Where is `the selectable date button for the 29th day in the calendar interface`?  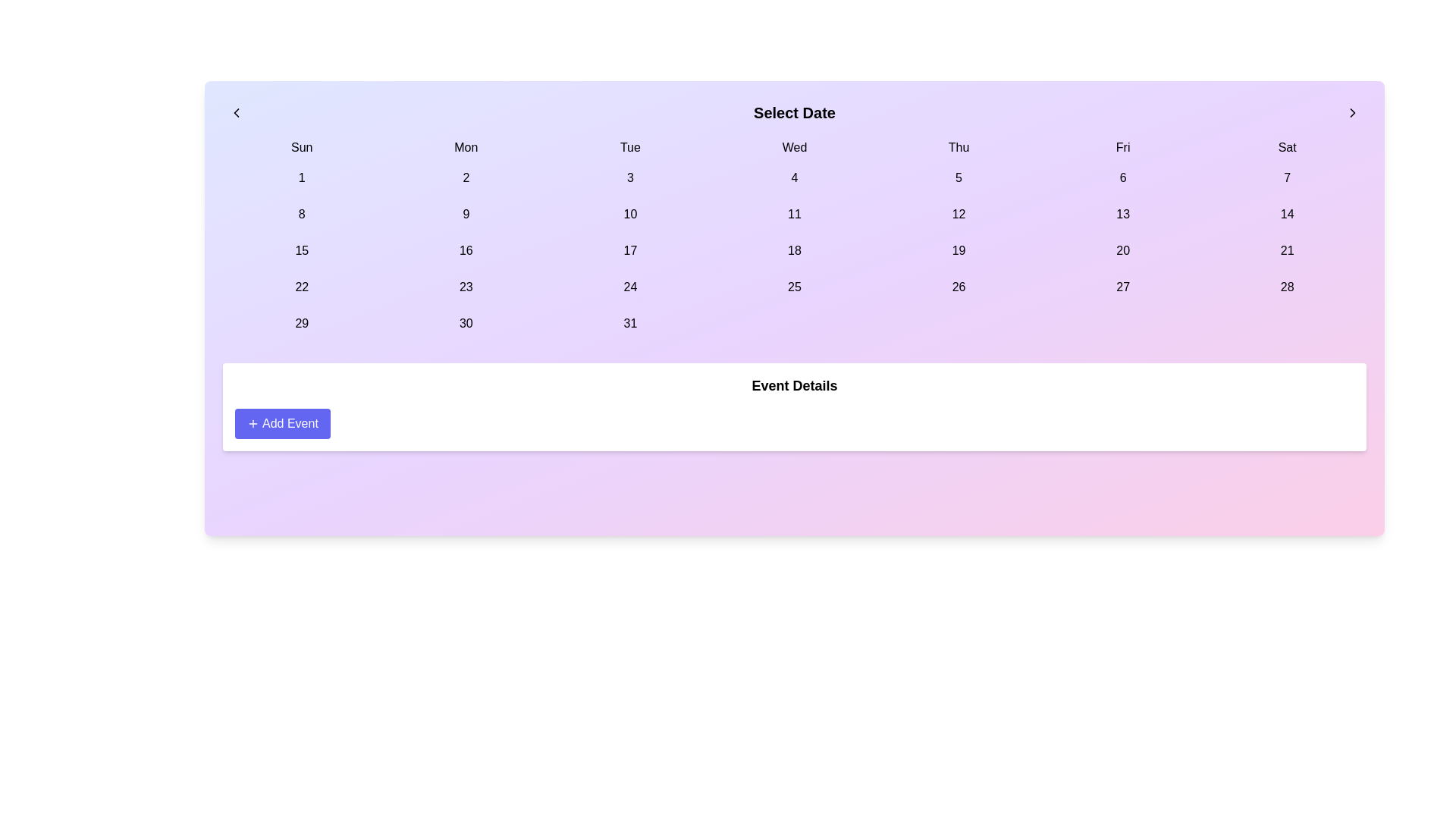 the selectable date button for the 29th day in the calendar interface is located at coordinates (302, 323).